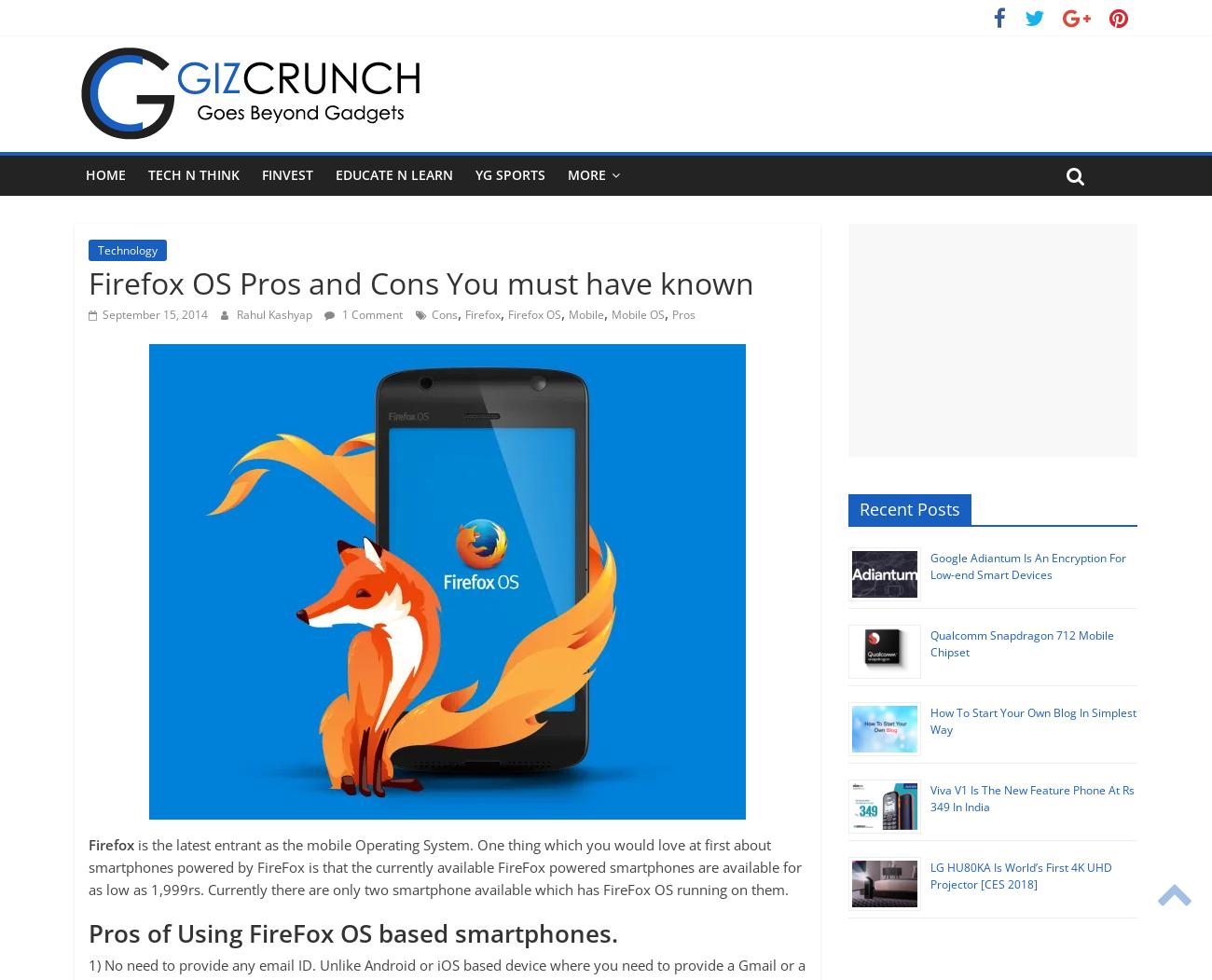 This screenshot has height=980, width=1212. Describe the element at coordinates (533, 313) in the screenshot. I see `'Firefox OS'` at that location.